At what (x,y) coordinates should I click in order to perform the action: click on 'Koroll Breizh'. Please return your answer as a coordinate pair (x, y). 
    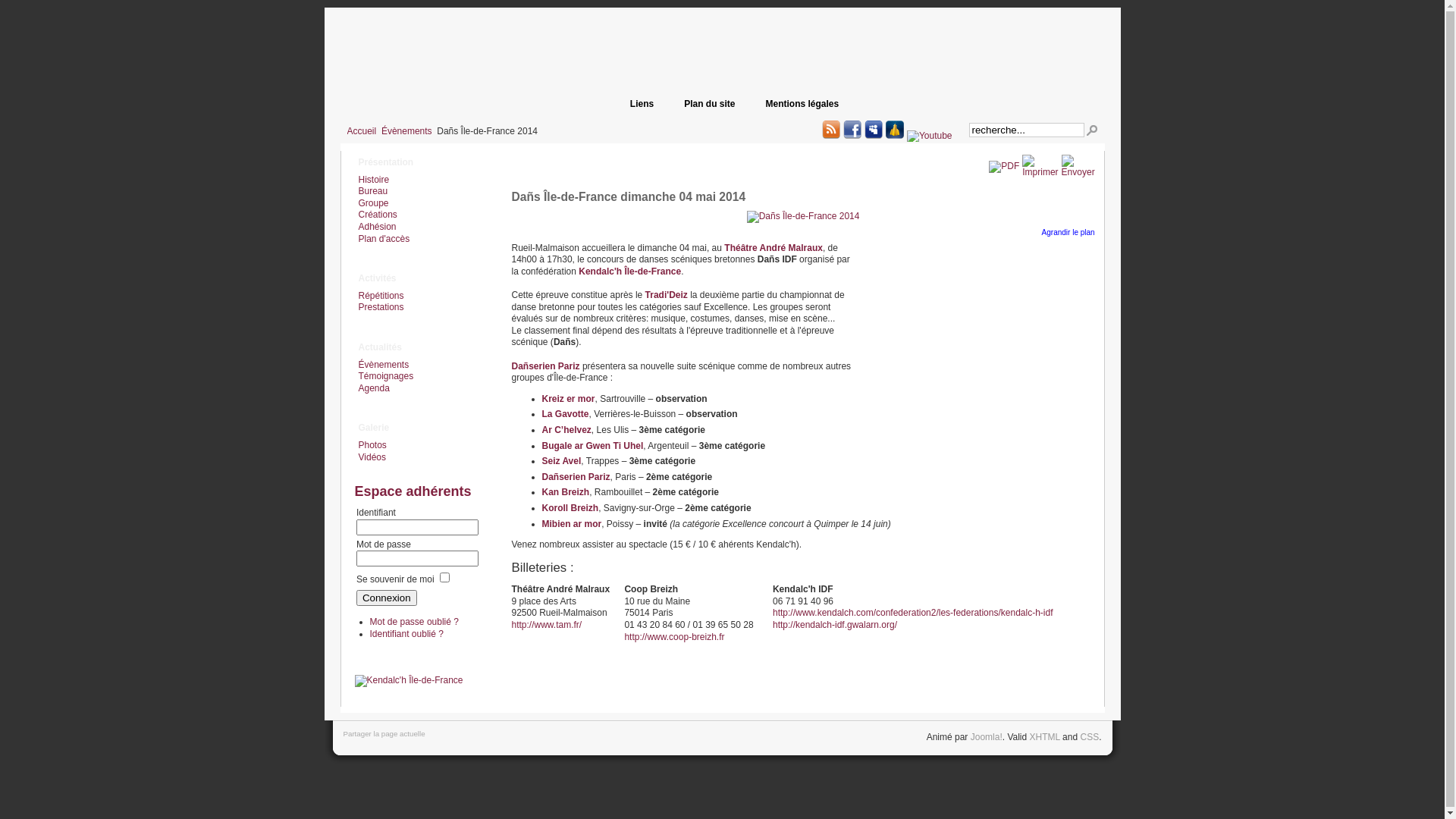
    Looking at the image, I should click on (541, 508).